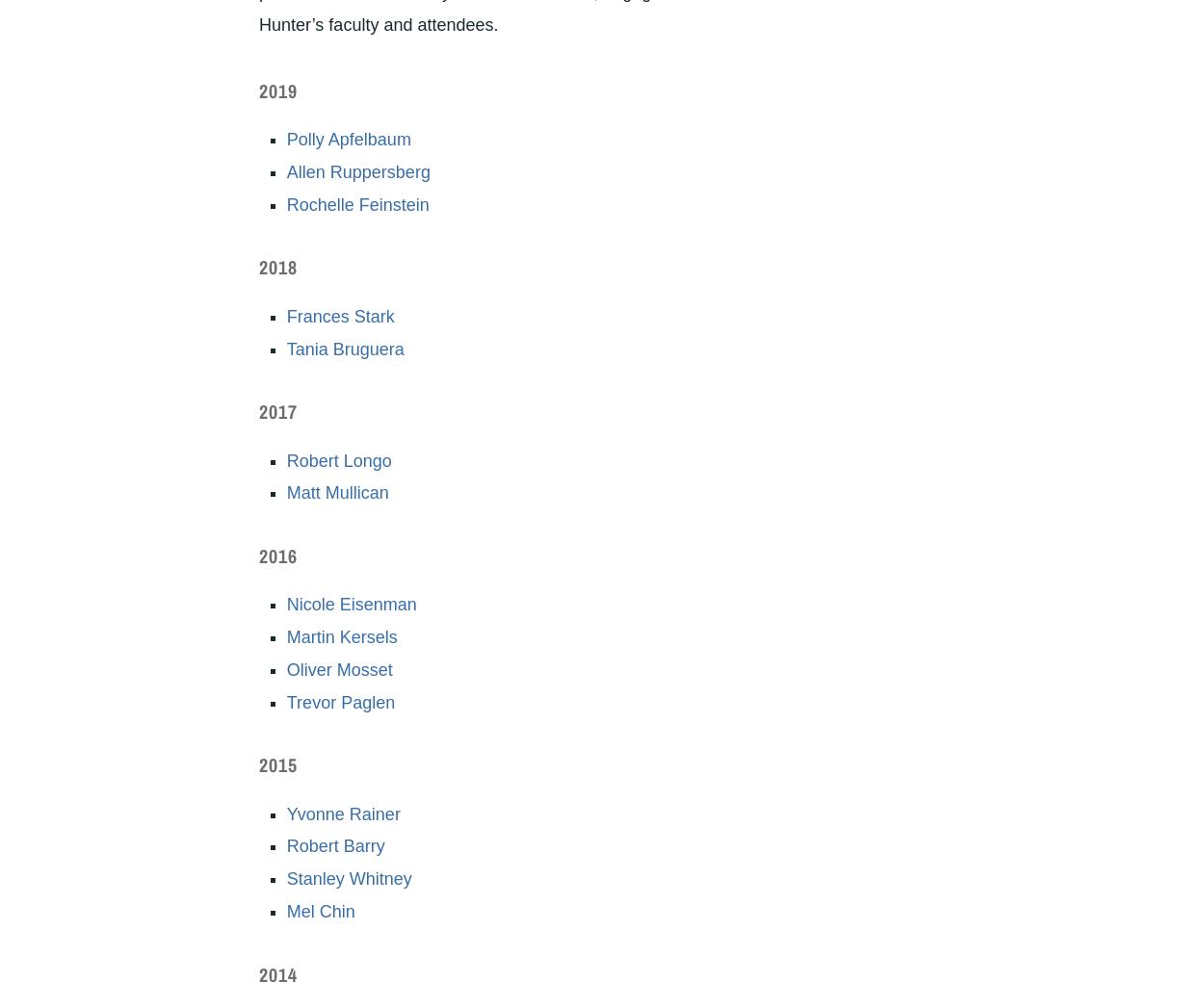 Image resolution: width=1204 pixels, height=982 pixels. Describe the element at coordinates (286, 910) in the screenshot. I see `'Mel Chin'` at that location.